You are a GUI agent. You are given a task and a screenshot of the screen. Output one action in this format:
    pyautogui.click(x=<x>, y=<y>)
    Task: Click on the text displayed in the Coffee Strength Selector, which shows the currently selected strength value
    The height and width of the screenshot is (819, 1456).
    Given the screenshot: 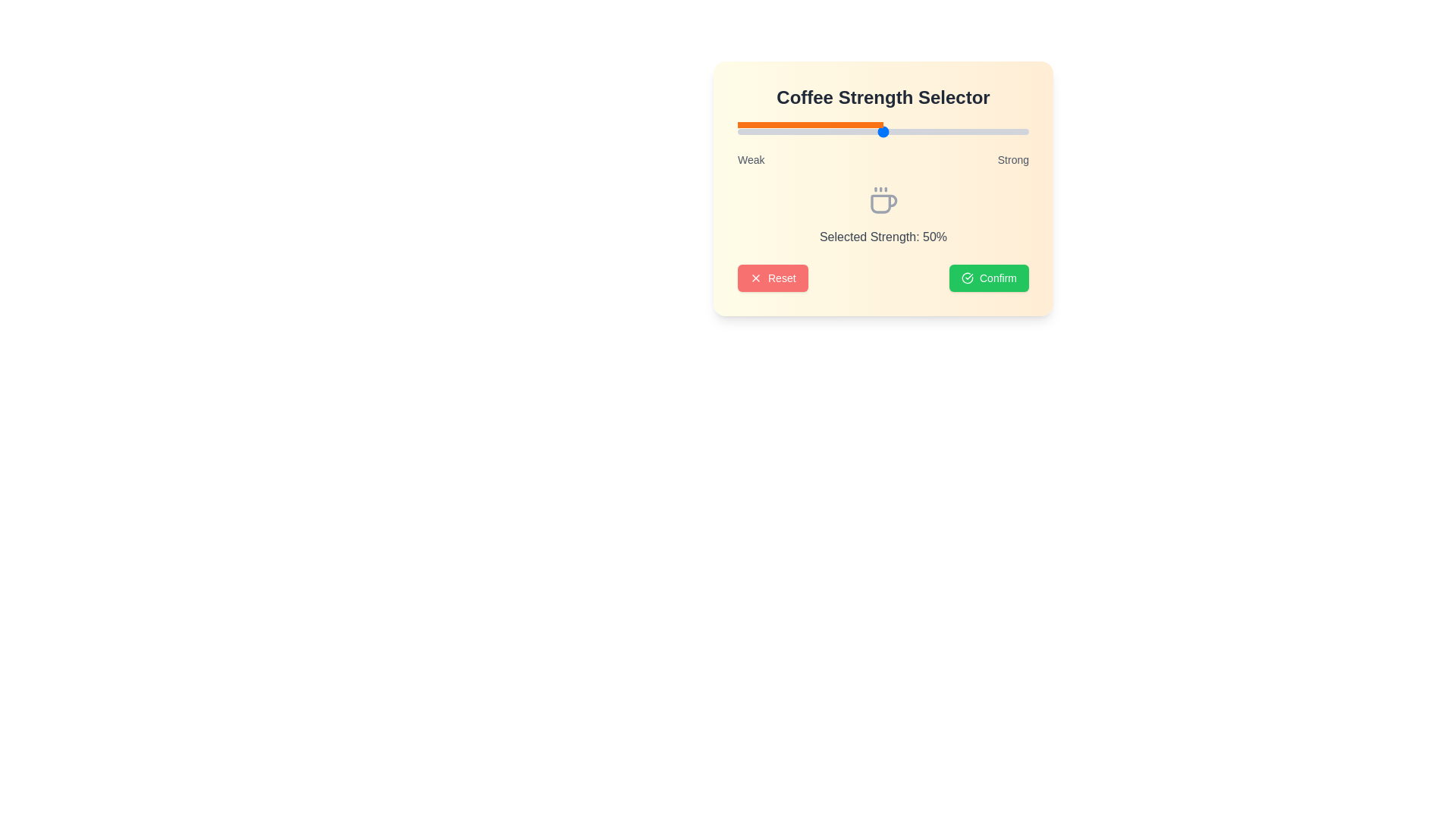 What is the action you would take?
    pyautogui.click(x=883, y=237)
    